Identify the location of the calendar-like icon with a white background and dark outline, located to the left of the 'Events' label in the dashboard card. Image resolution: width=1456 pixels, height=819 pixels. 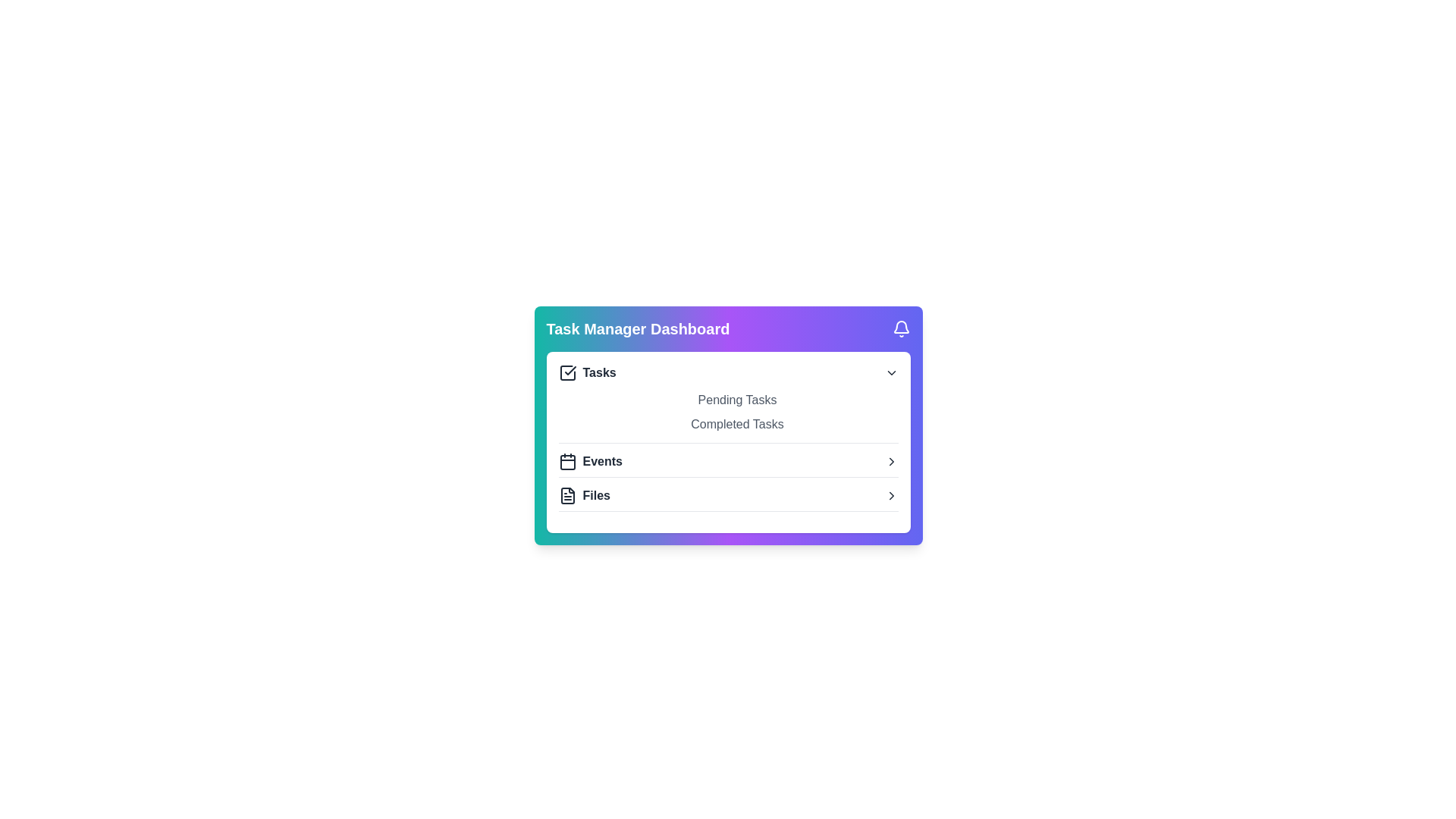
(566, 461).